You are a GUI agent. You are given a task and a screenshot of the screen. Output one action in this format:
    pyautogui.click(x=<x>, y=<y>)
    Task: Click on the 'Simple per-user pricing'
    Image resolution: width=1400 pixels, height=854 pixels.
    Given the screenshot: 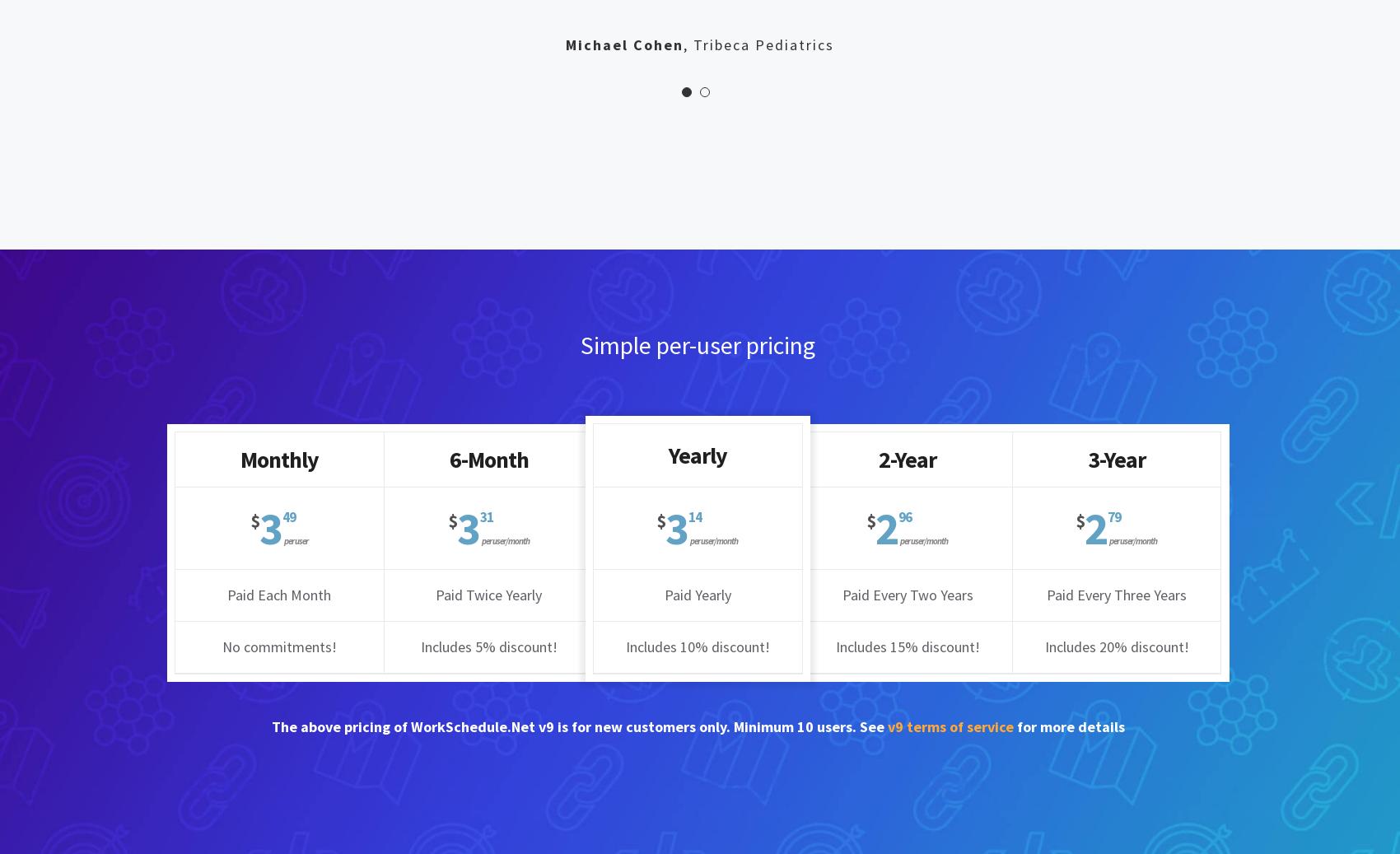 What is the action you would take?
    pyautogui.click(x=696, y=343)
    